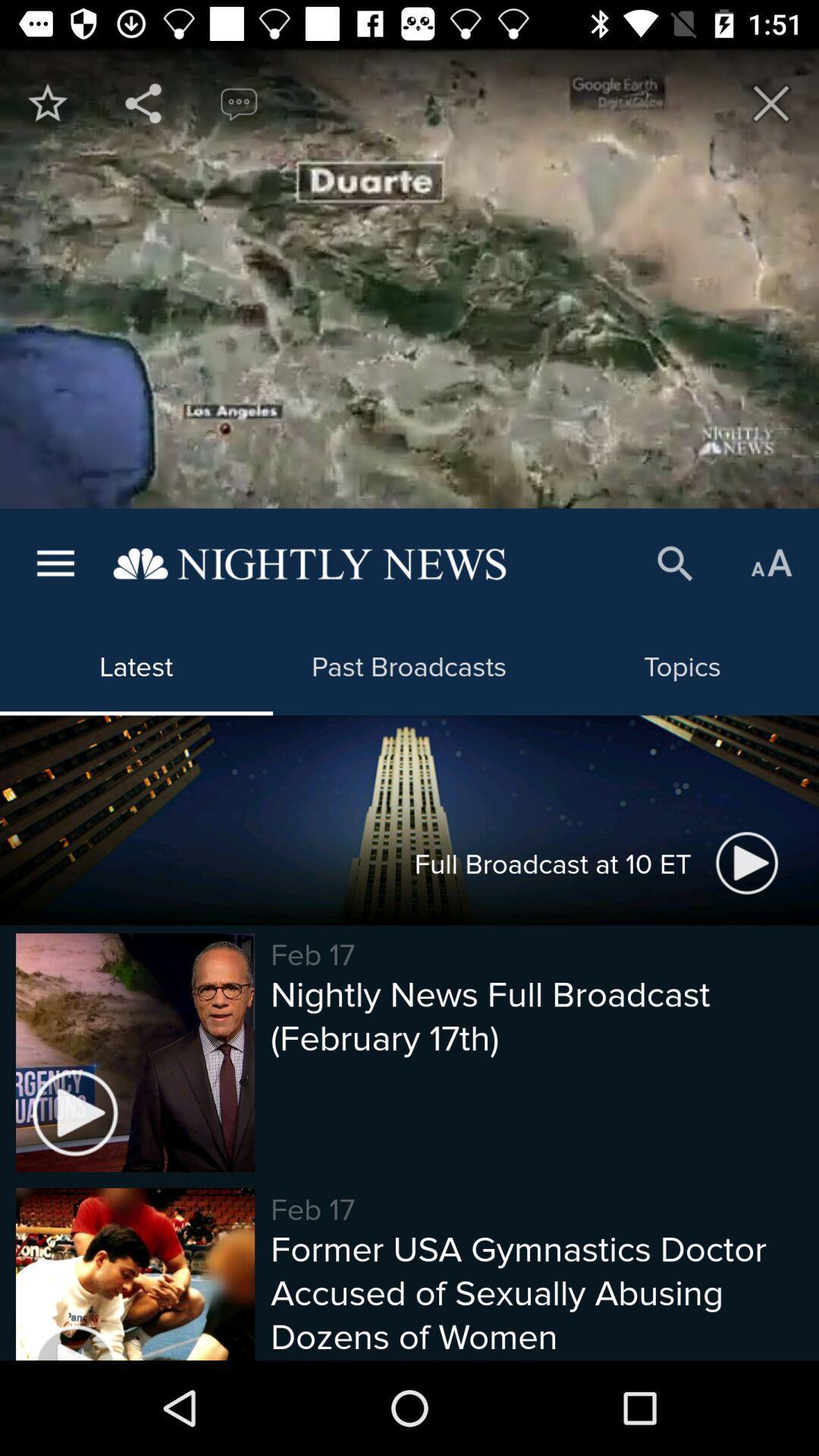  What do you see at coordinates (771, 102) in the screenshot?
I see `the page` at bounding box center [771, 102].